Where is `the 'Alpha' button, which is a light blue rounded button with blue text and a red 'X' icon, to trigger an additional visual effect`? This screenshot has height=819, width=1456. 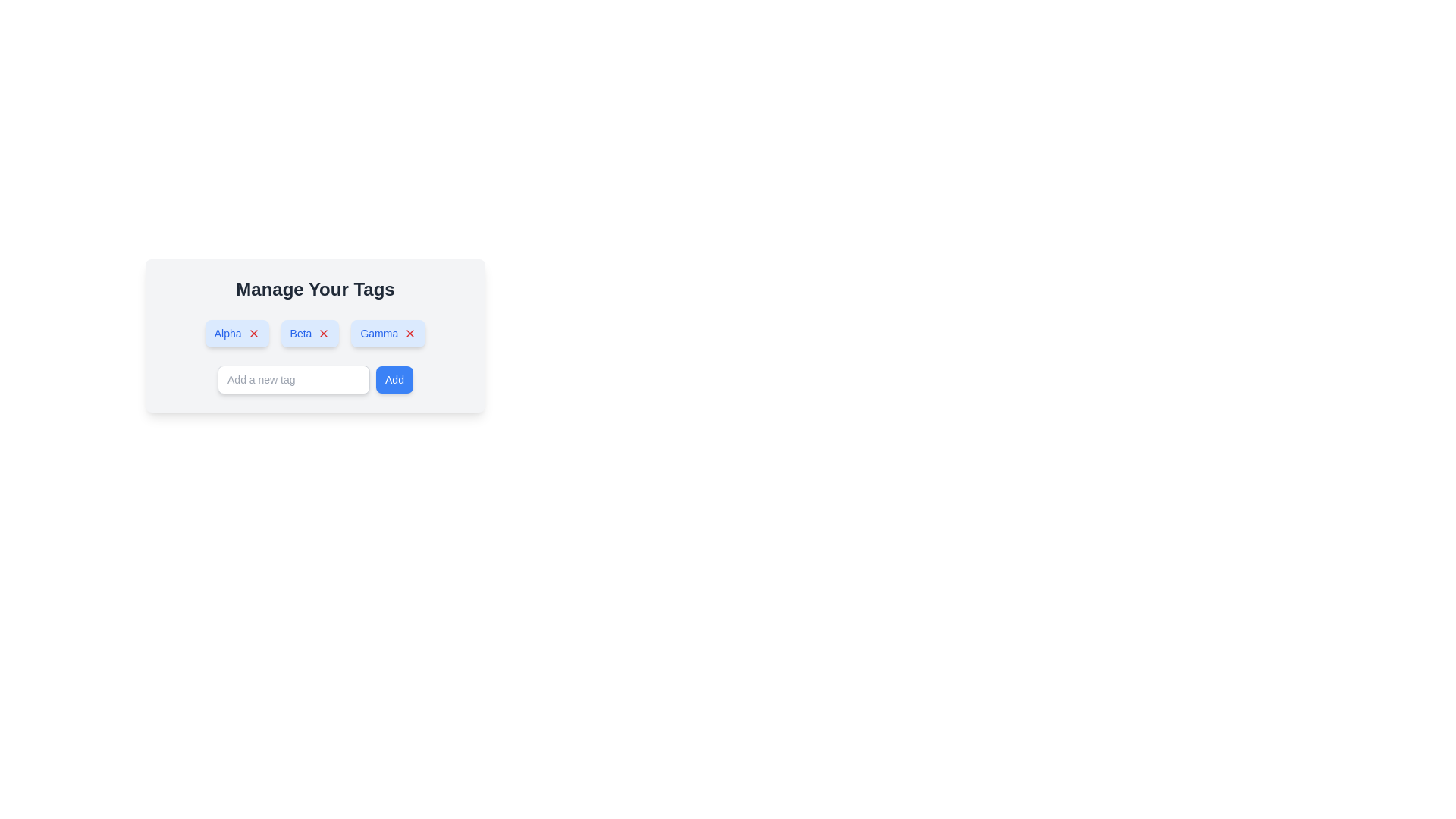 the 'Alpha' button, which is a light blue rounded button with blue text and a red 'X' icon, to trigger an additional visual effect is located at coordinates (236, 332).